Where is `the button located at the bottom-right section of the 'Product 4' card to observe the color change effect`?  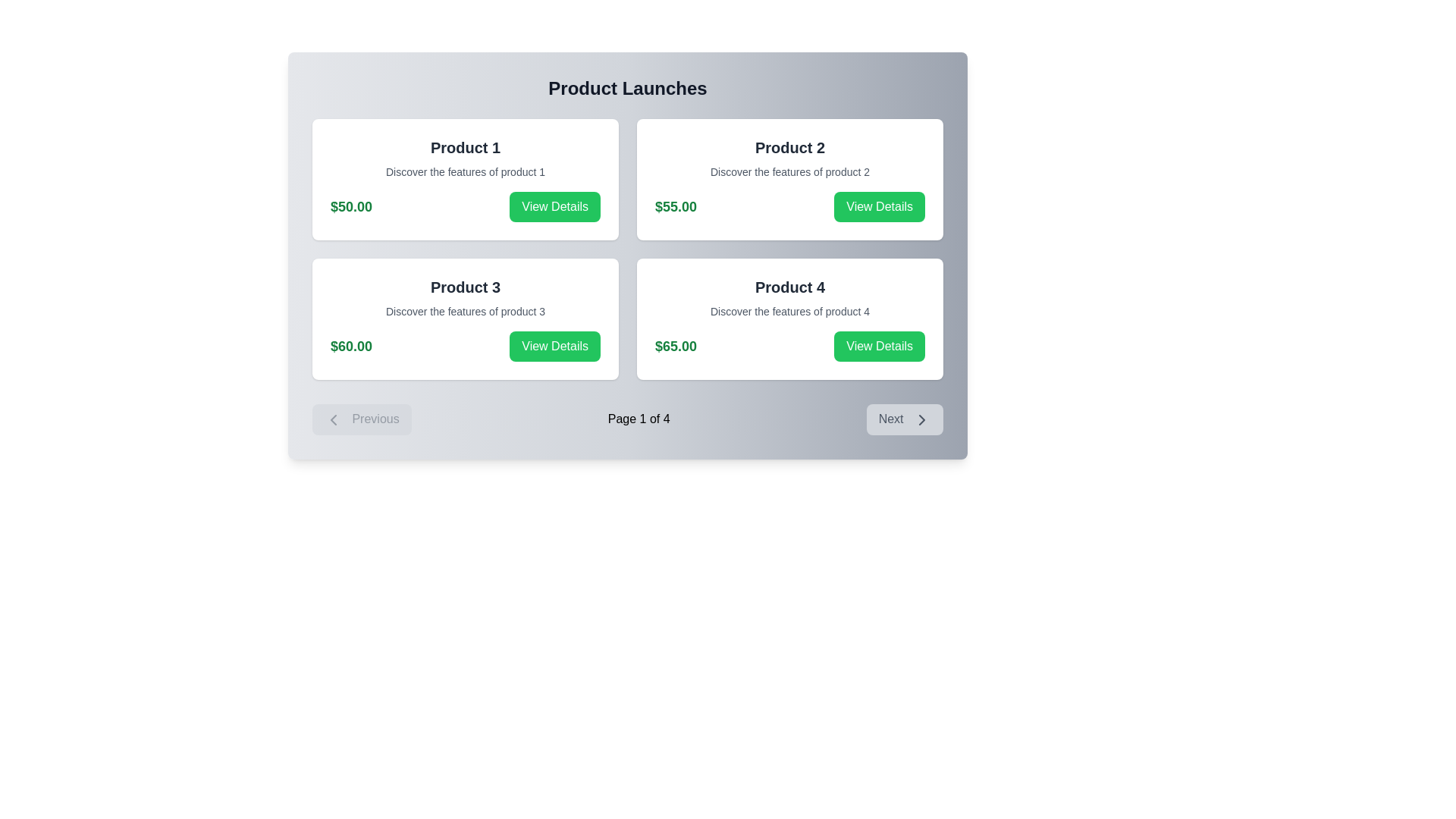
the button located at the bottom-right section of the 'Product 4' card to observe the color change effect is located at coordinates (880, 346).